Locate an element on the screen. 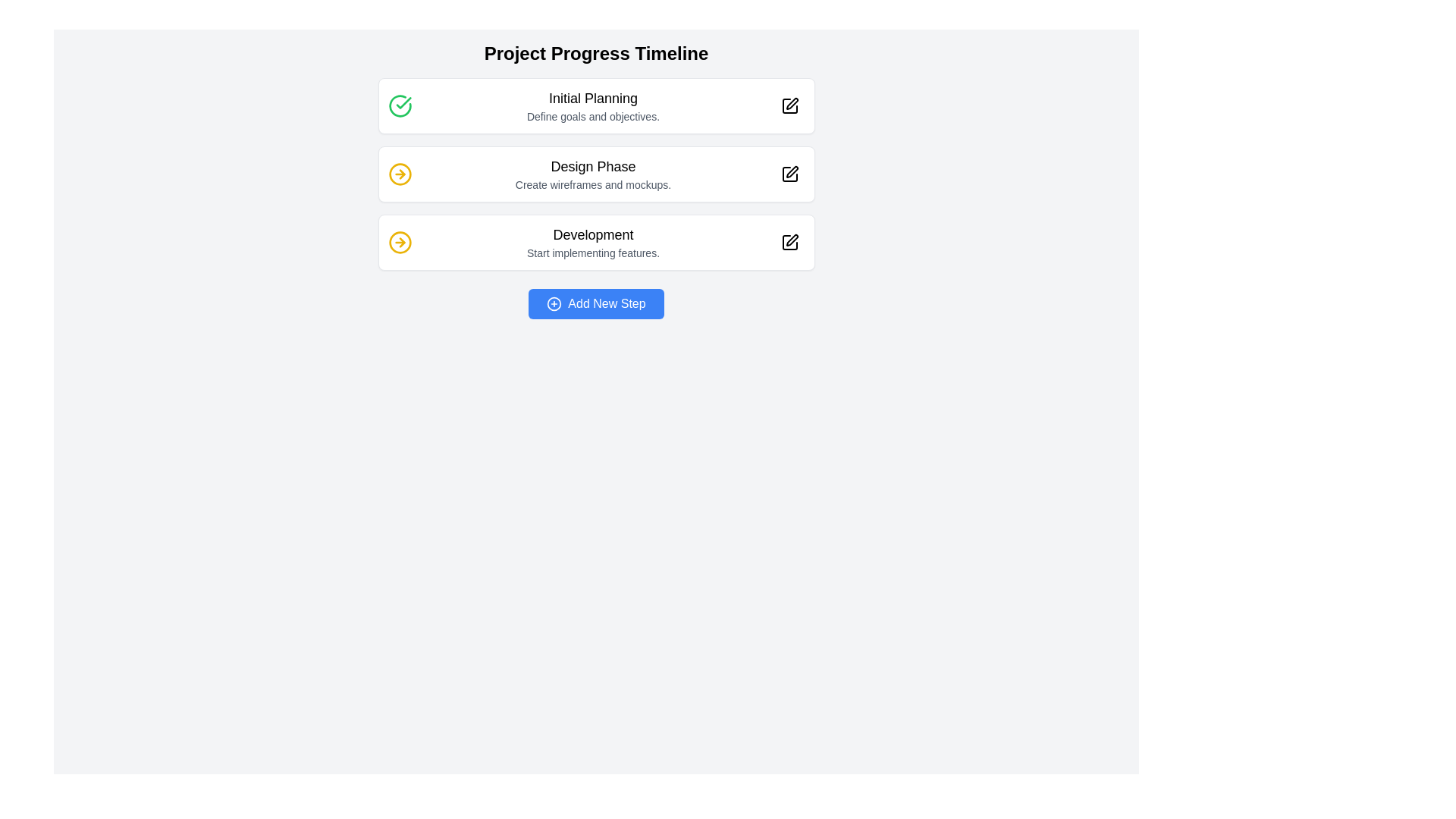 Image resolution: width=1456 pixels, height=819 pixels. the circular graphical component with a yellow stroke, part of the progress icon located to the left of the text 'Development' is located at coordinates (400, 174).